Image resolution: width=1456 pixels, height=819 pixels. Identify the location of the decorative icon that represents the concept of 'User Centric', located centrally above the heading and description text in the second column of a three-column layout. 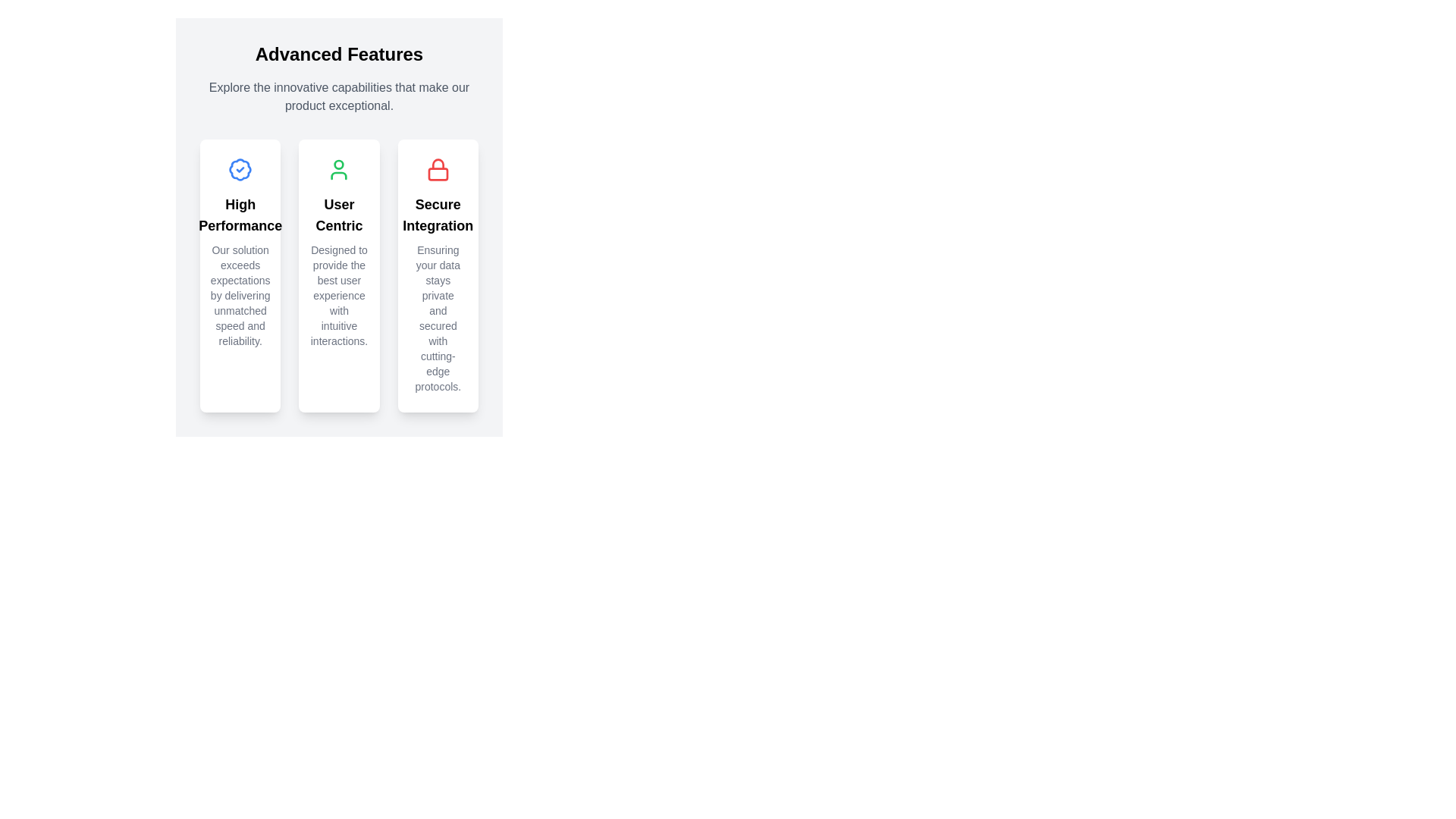
(338, 169).